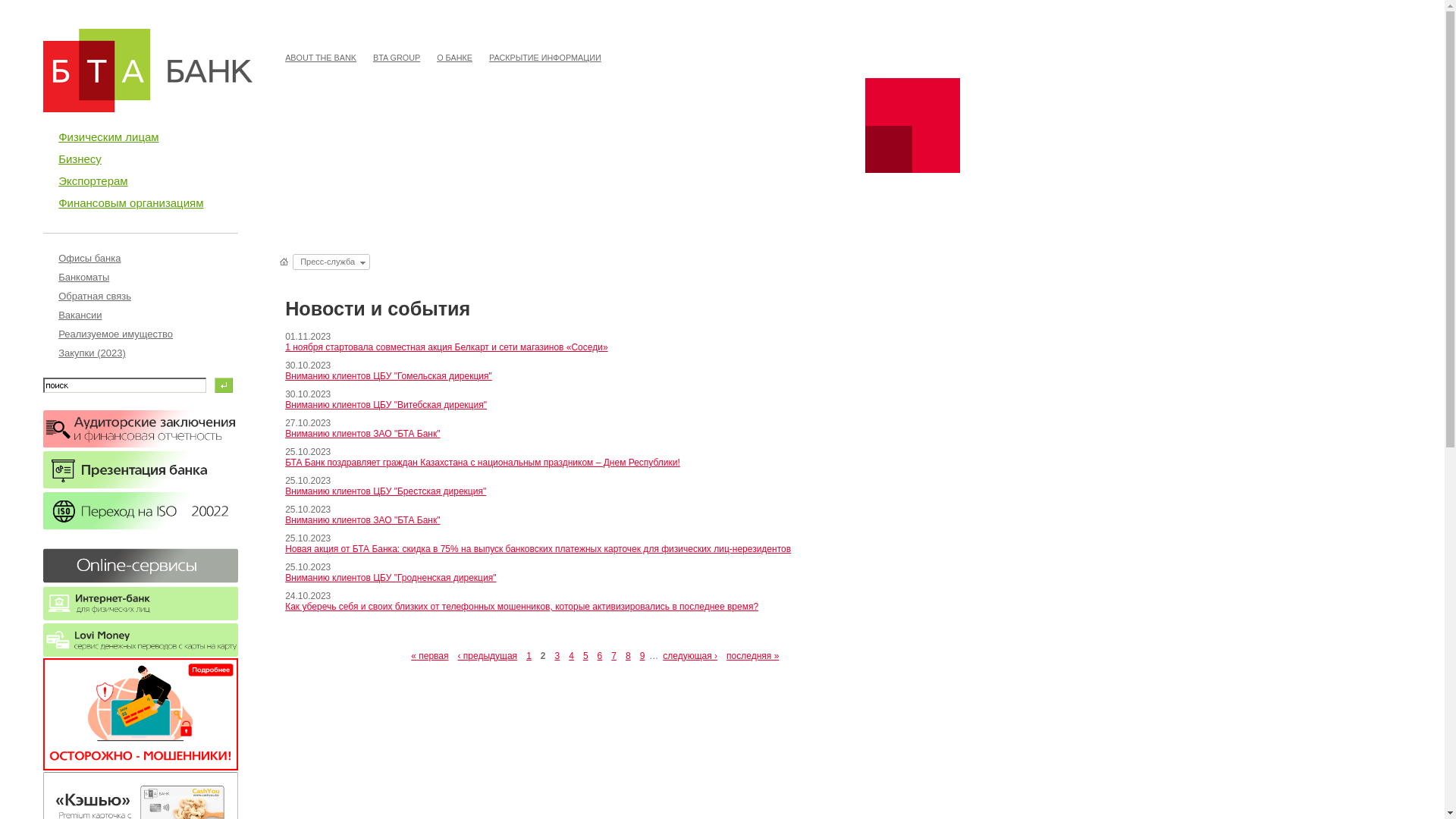 The image size is (1456, 819). Describe the element at coordinates (585, 654) in the screenshot. I see `'5'` at that location.